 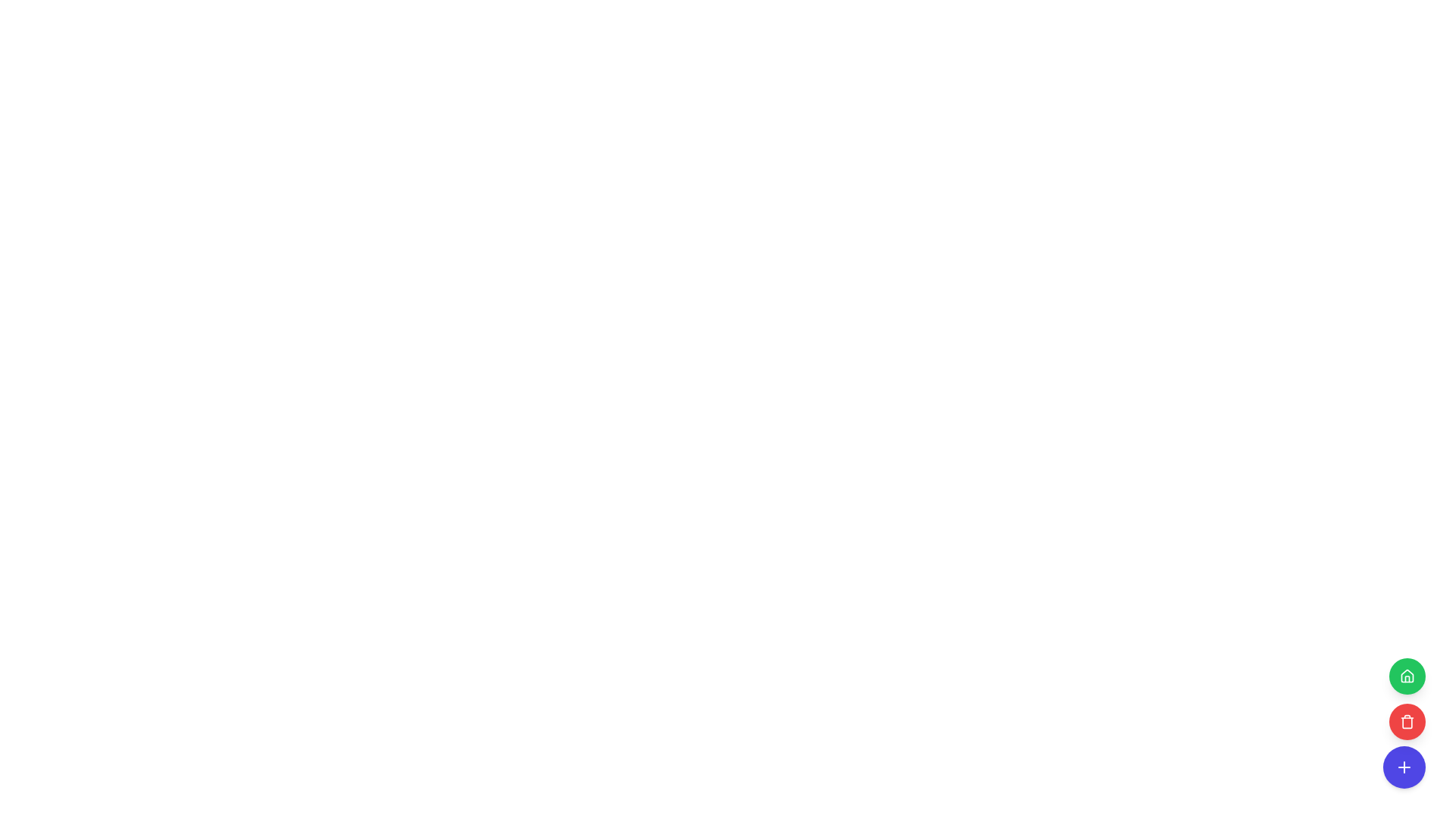 I want to click on the 'delete' action icon embedded in the second circular button on the right side of the interface, so click(x=1407, y=721).